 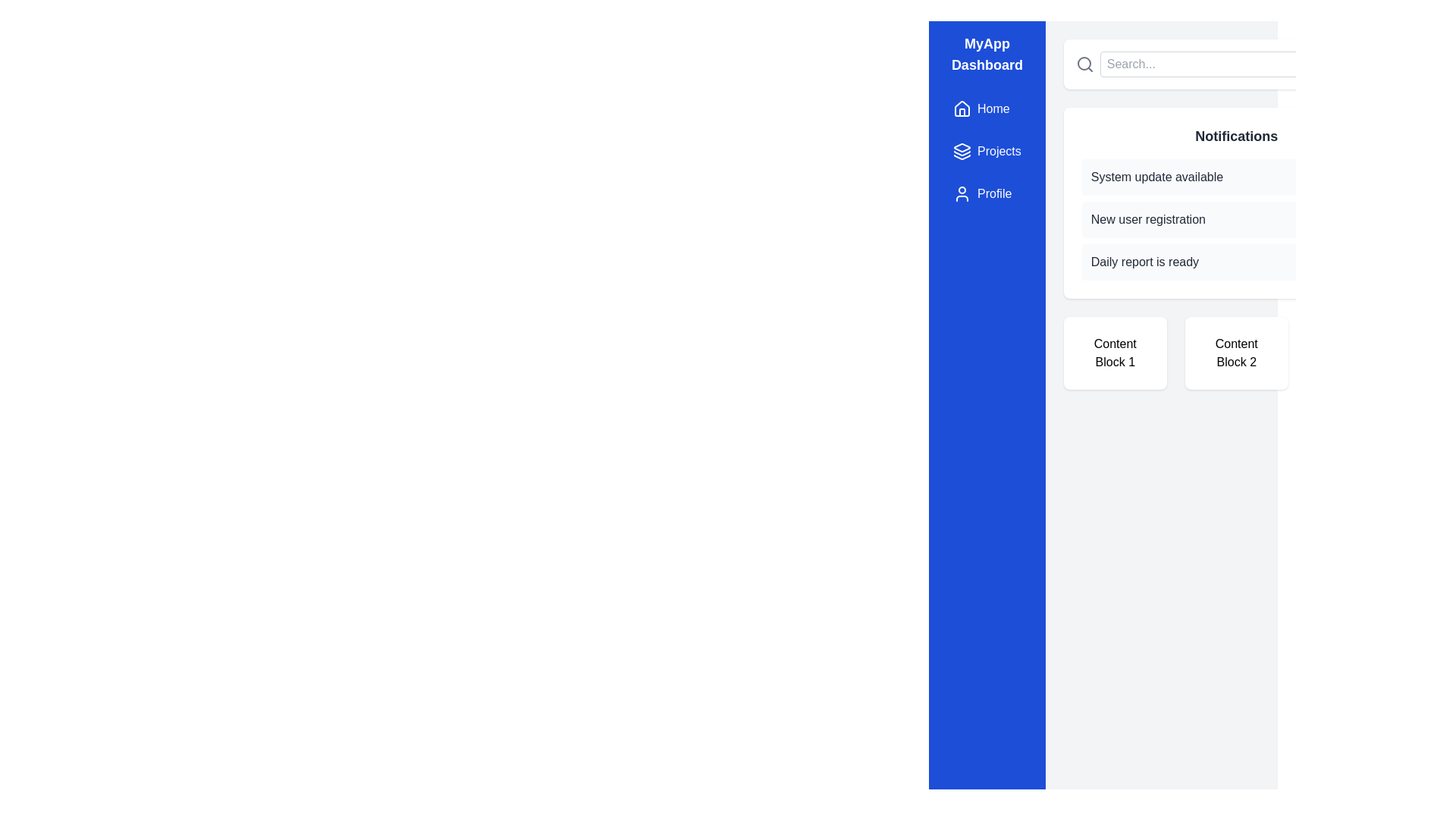 I want to click on the static text label that displays 'New user registration' in bold, dark gray font, positioned within the notifications section of the UI, so click(x=1148, y=219).